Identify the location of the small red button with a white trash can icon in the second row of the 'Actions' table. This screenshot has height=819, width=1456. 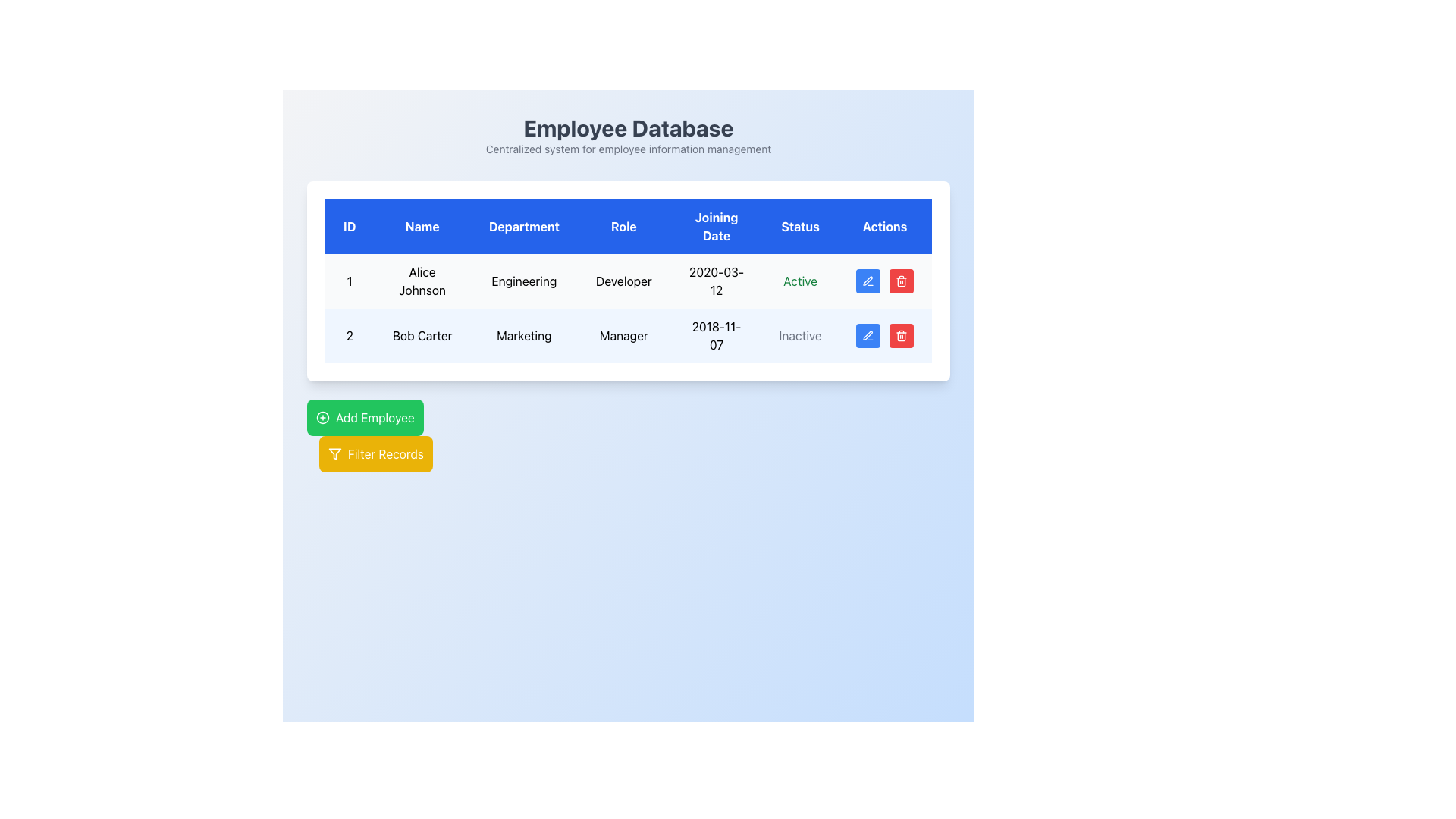
(902, 335).